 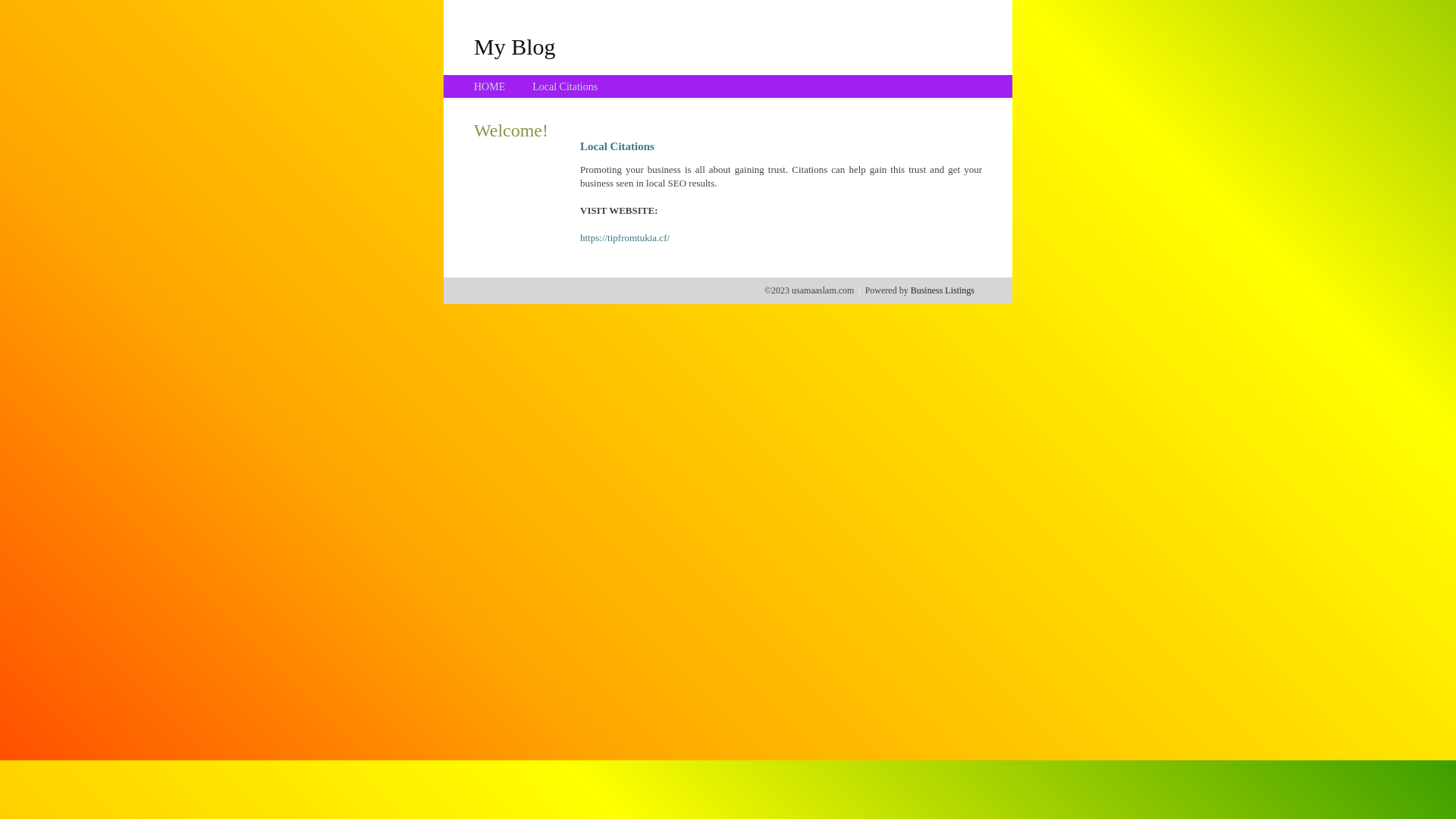 I want to click on 'https://tipfromtukia.cf/', so click(x=579, y=237).